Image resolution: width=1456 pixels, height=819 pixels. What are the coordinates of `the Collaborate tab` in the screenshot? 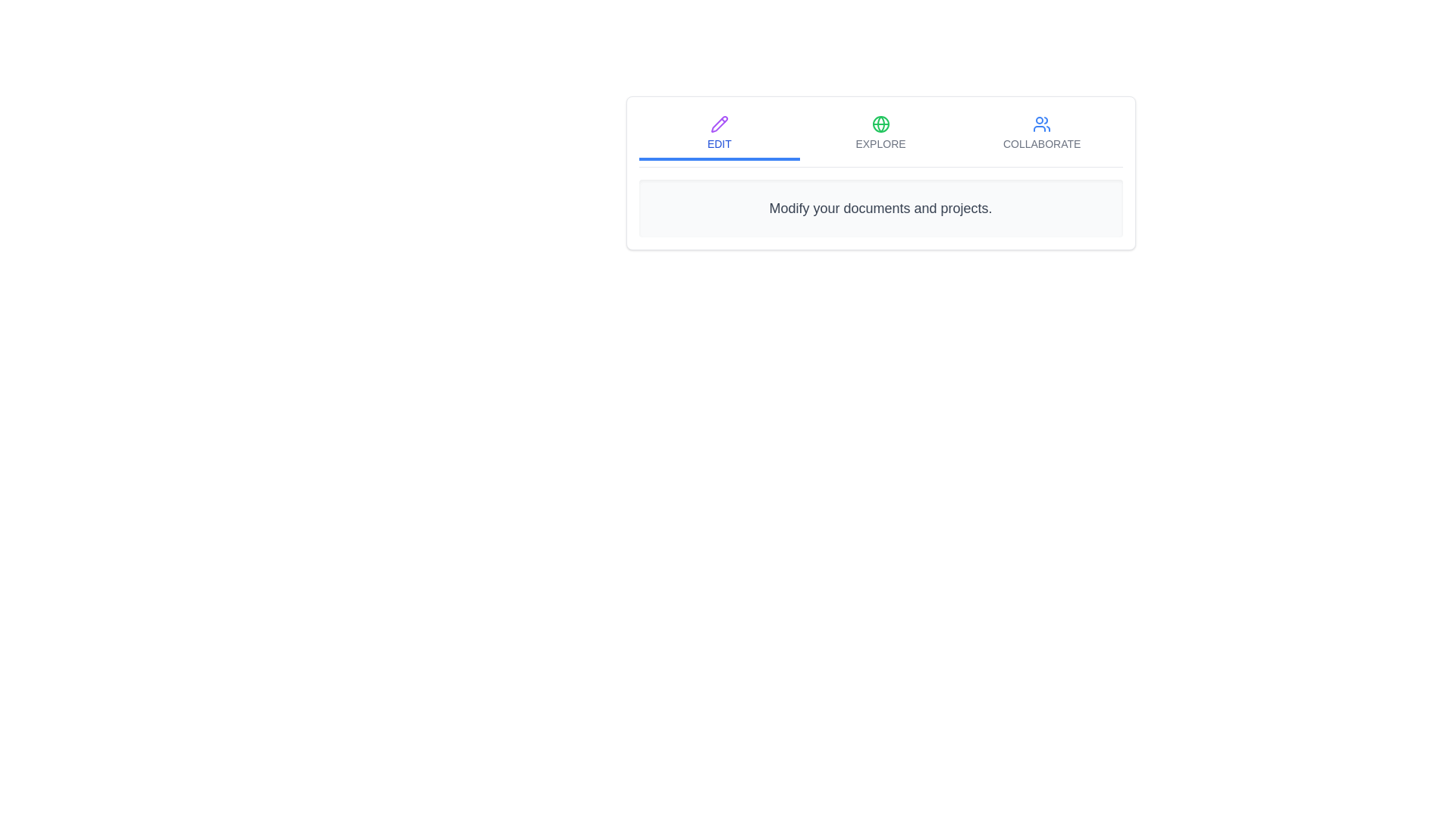 It's located at (1041, 133).